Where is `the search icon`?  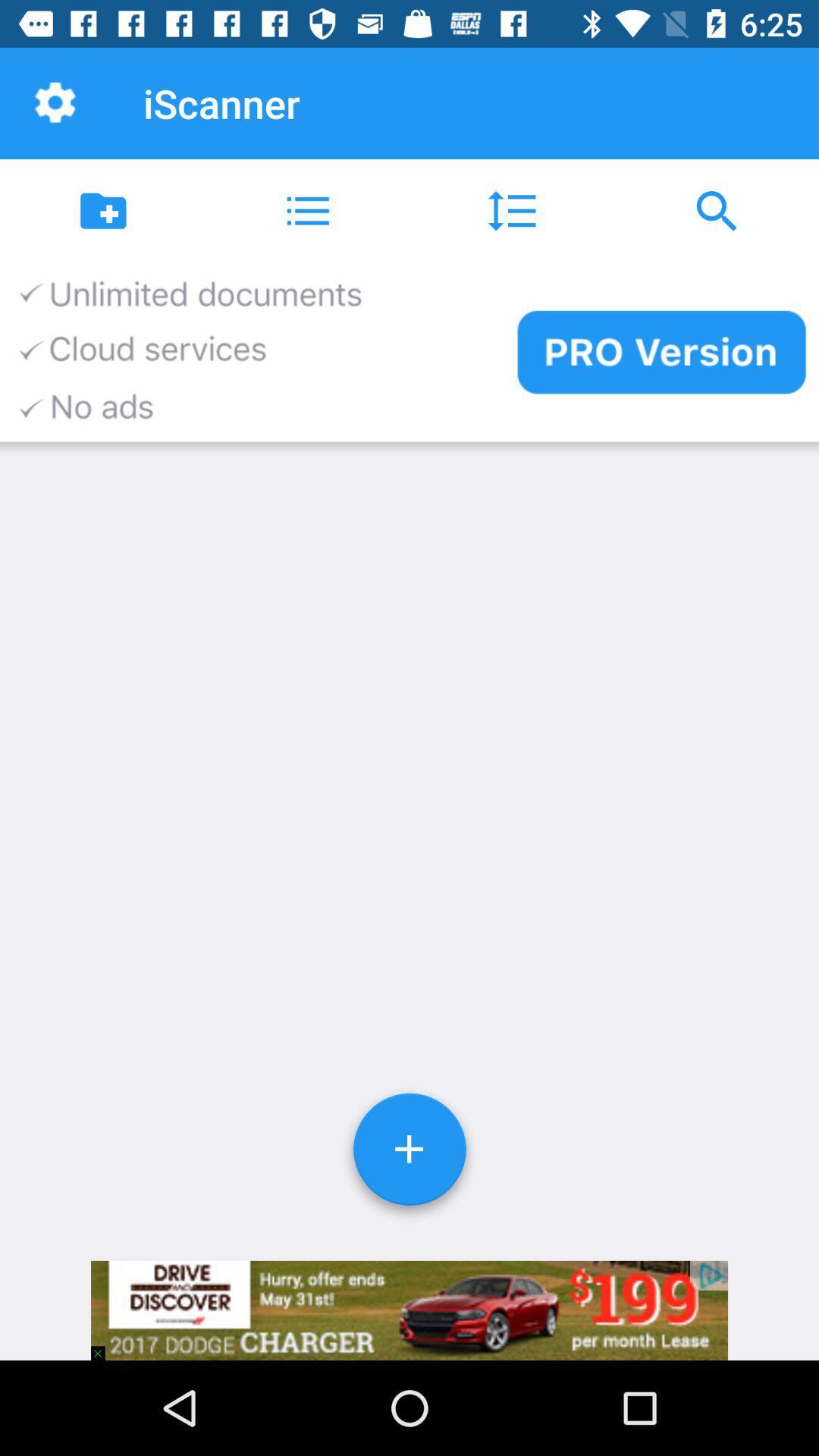
the search icon is located at coordinates (717, 210).